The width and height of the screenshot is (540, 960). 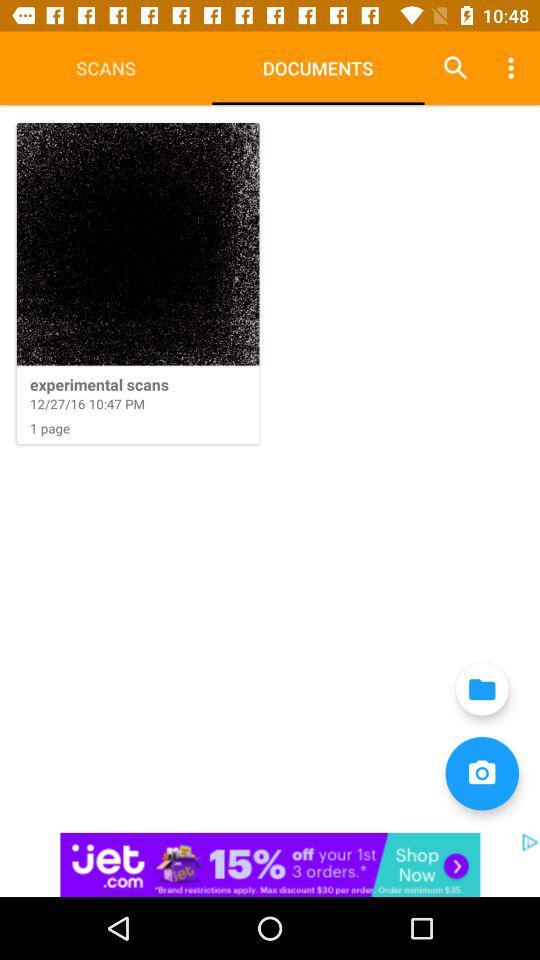 I want to click on the folder icon, so click(x=481, y=689).